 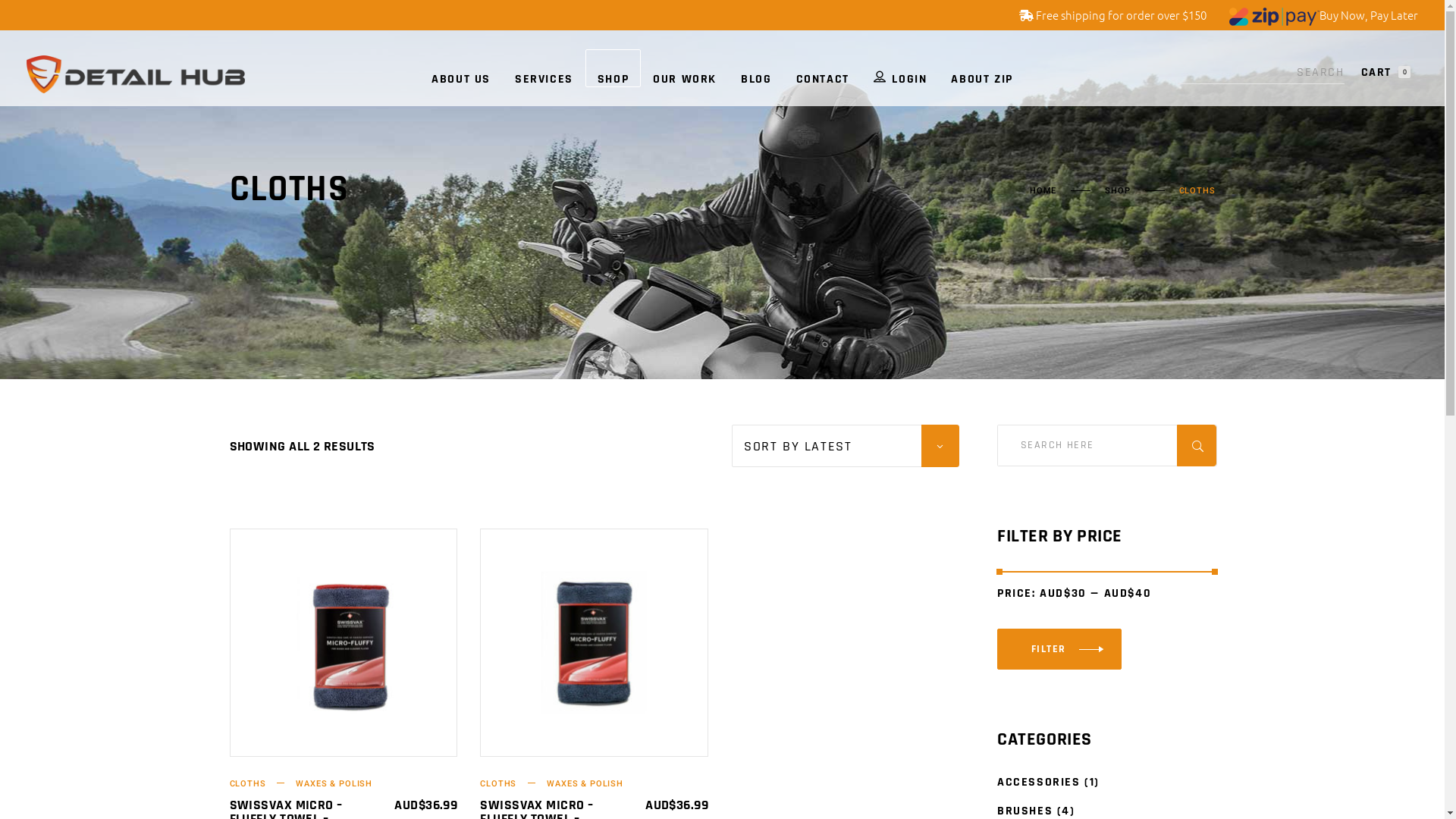 I want to click on 'ABOUT US', so click(x=460, y=67).